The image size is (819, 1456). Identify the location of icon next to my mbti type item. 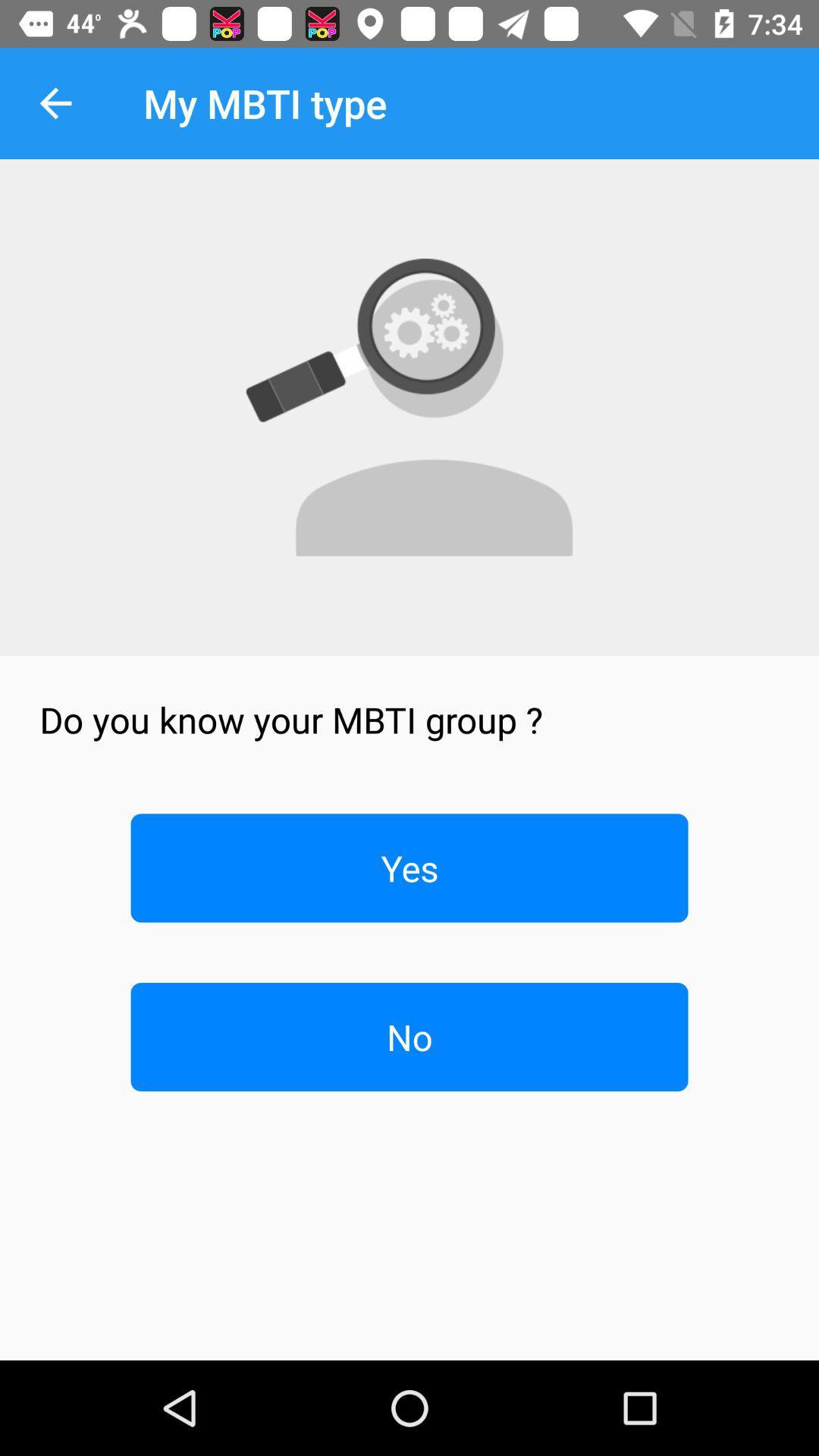
(55, 102).